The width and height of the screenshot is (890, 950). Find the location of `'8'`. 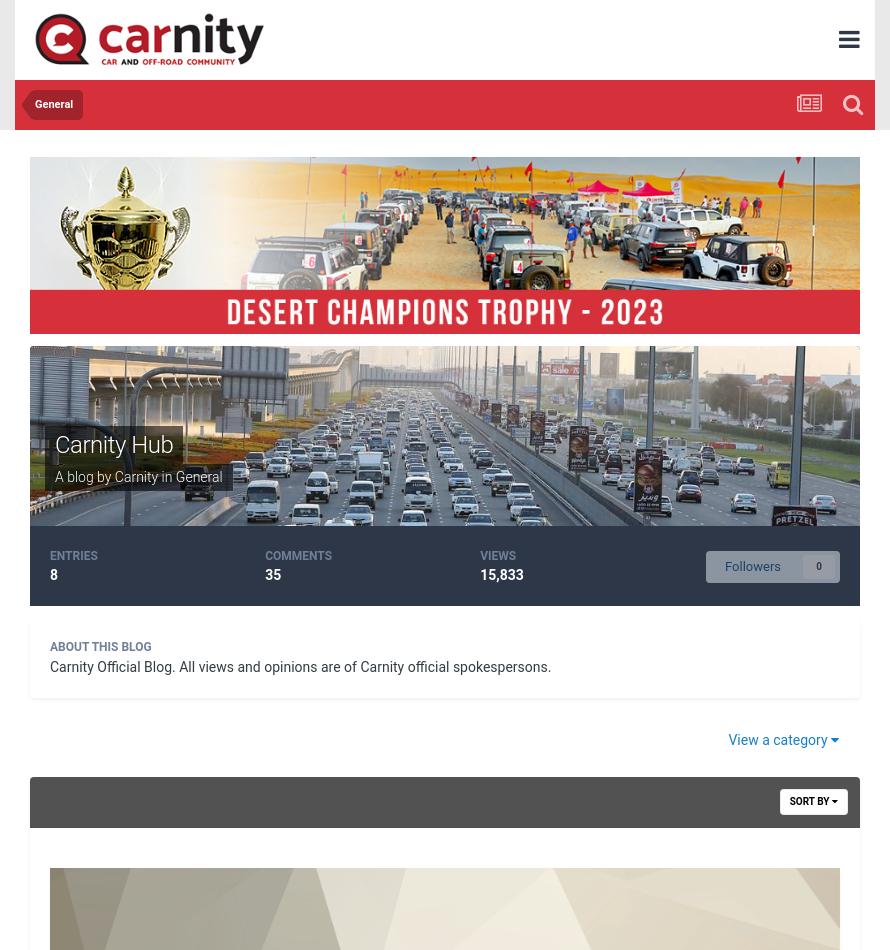

'8' is located at coordinates (54, 575).